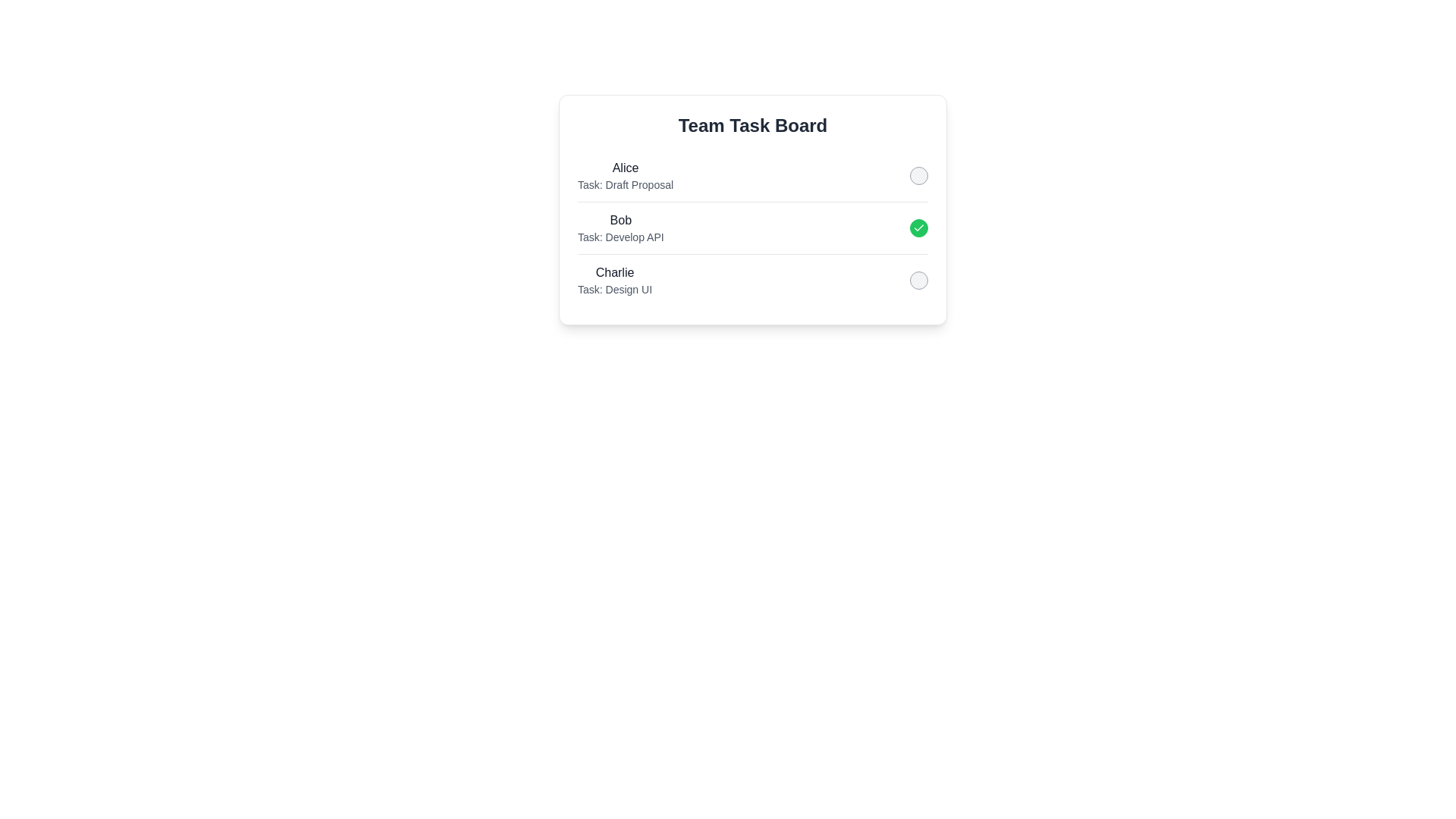 This screenshot has width=1456, height=819. Describe the element at coordinates (918, 227) in the screenshot. I see `the status indicator for the task assigned to Bob` at that location.